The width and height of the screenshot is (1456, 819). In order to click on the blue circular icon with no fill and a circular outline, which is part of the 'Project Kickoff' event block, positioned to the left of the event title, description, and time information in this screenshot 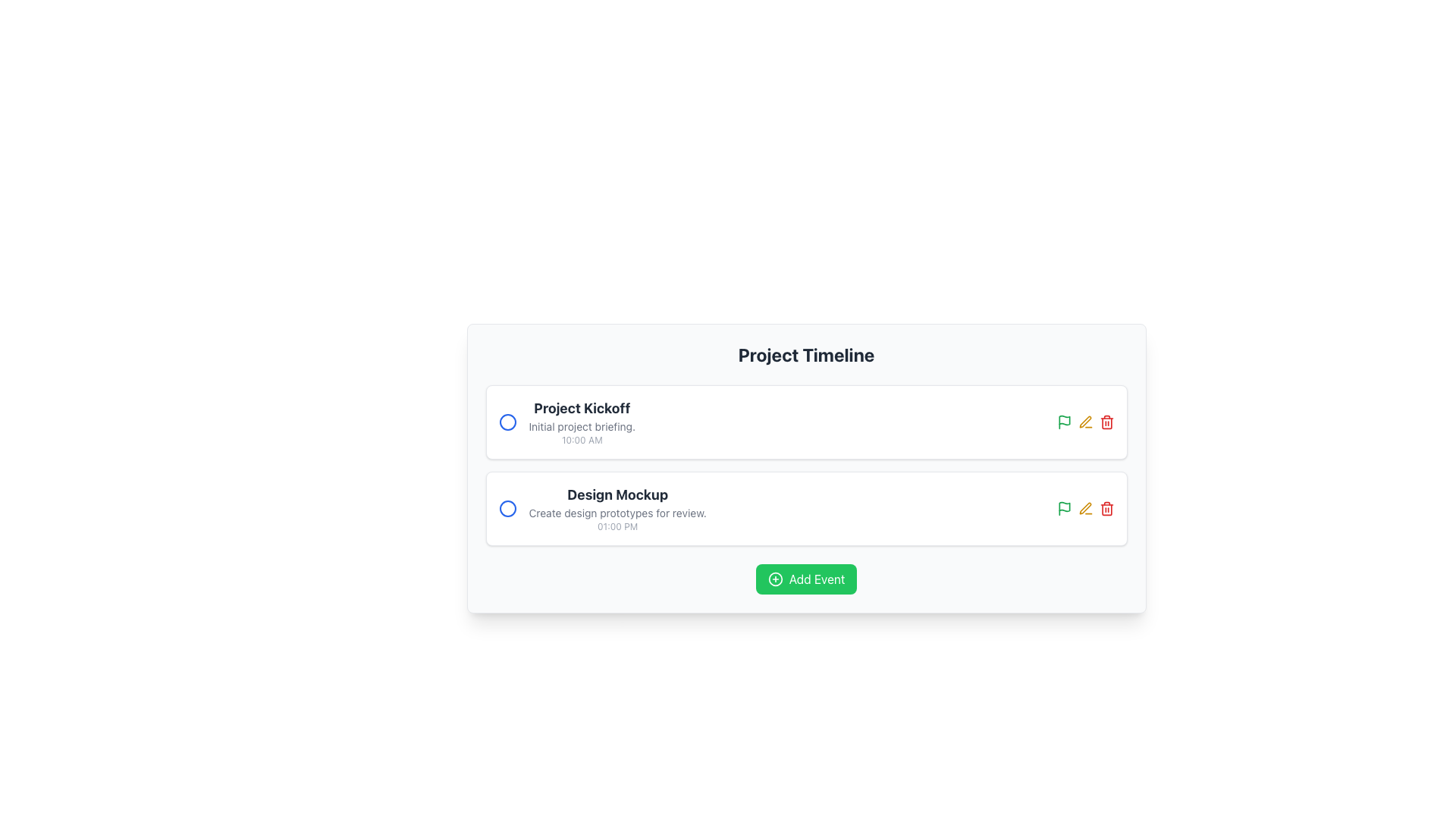, I will do `click(507, 422)`.